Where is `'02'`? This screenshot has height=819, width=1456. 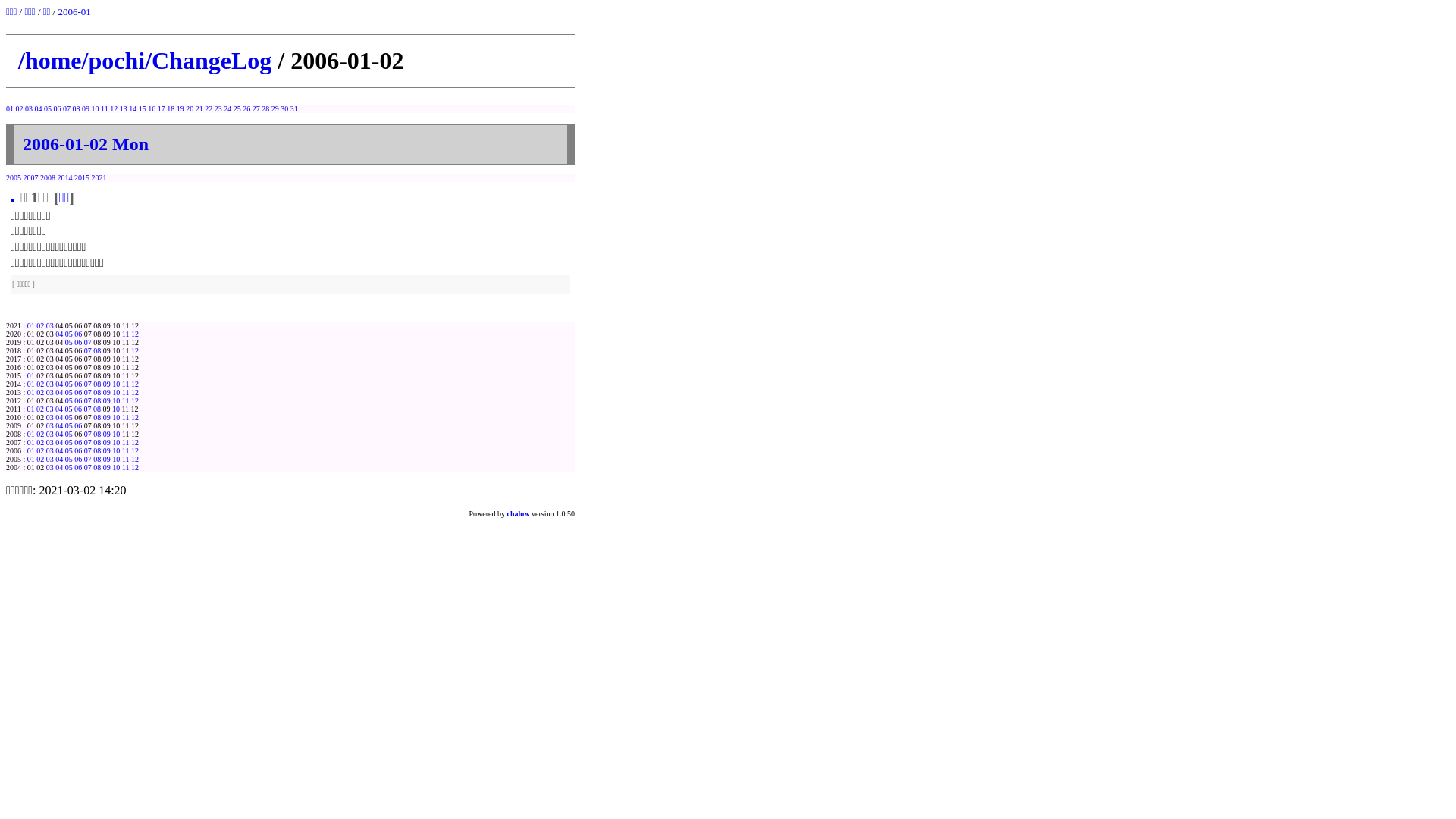 '02' is located at coordinates (39, 391).